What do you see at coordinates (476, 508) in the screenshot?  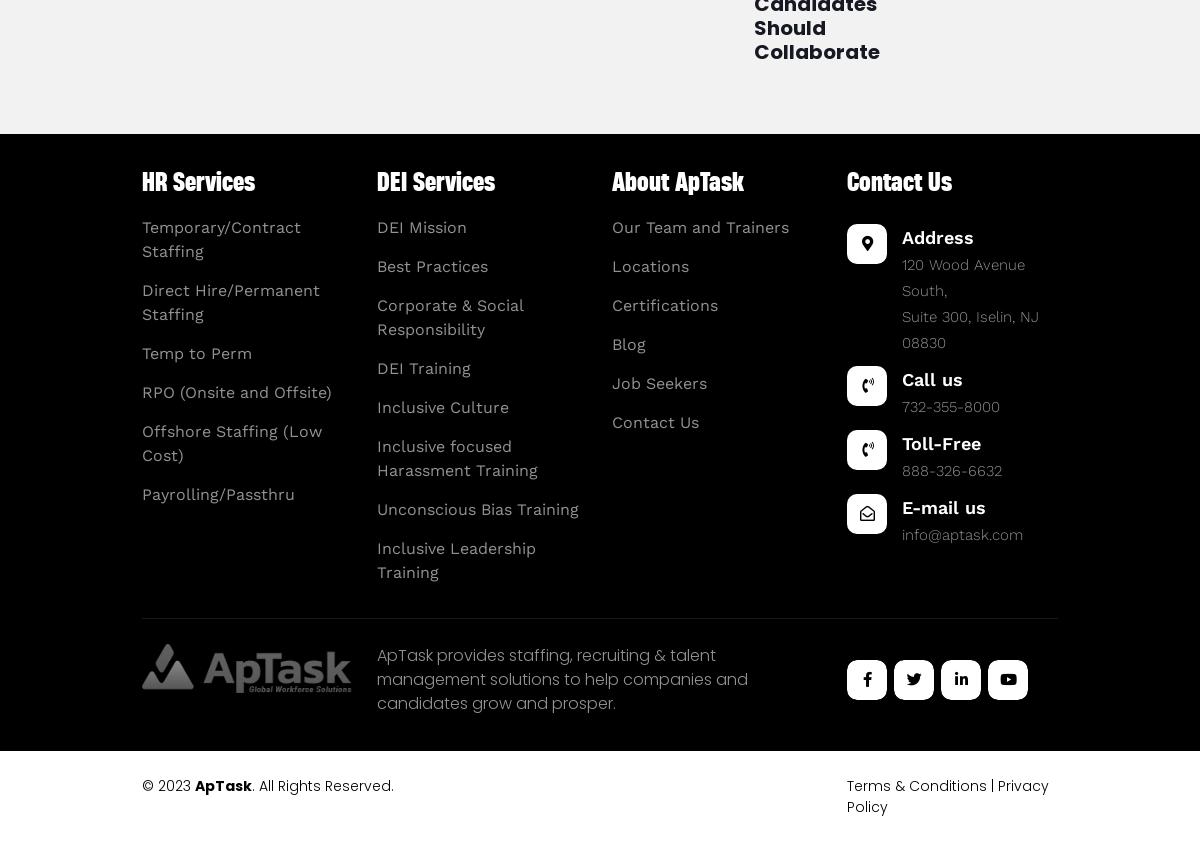 I see `'Unconscious Bias Training'` at bounding box center [476, 508].